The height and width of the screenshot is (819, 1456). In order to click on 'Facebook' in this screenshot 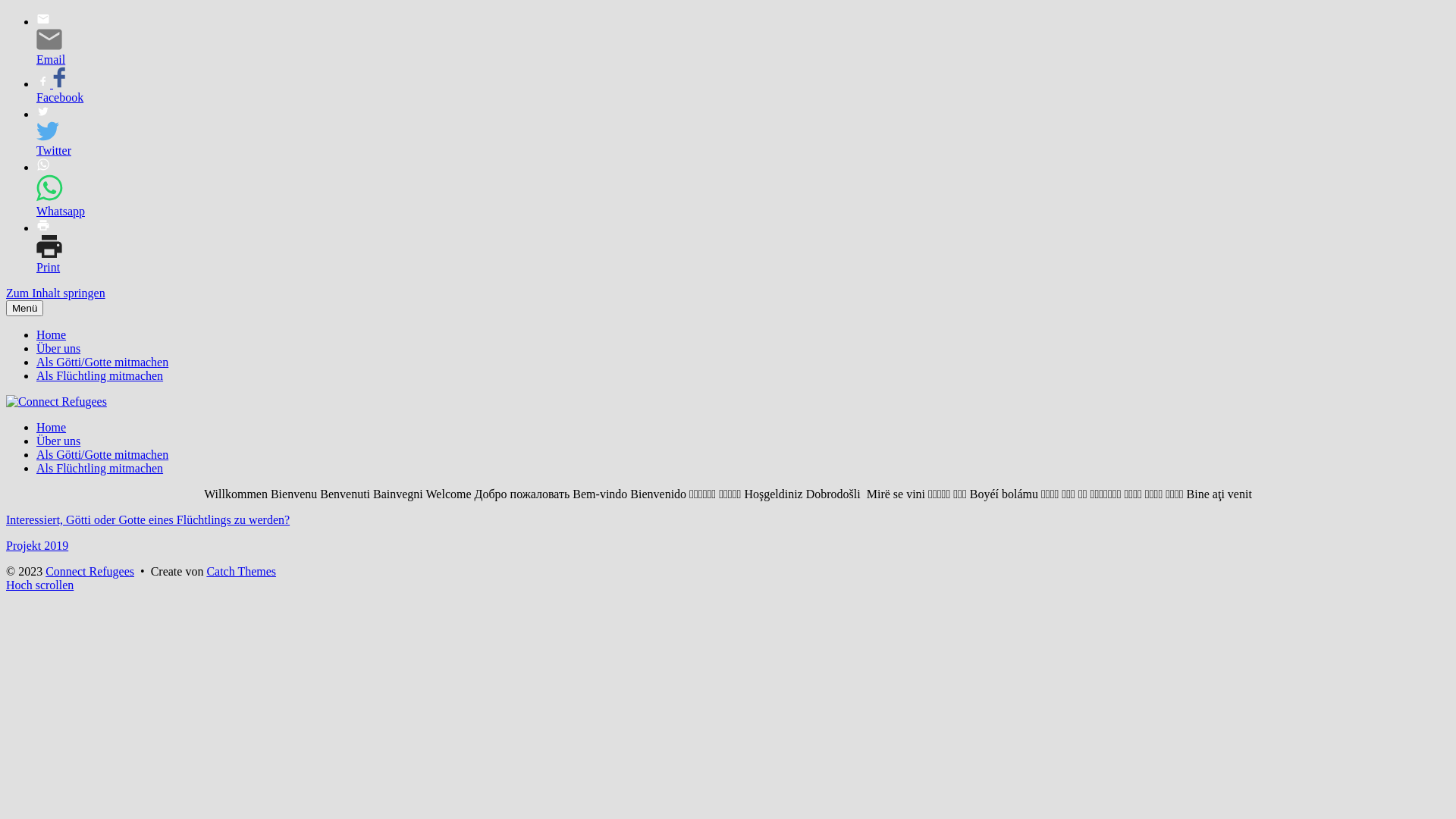, I will do `click(55, 90)`.